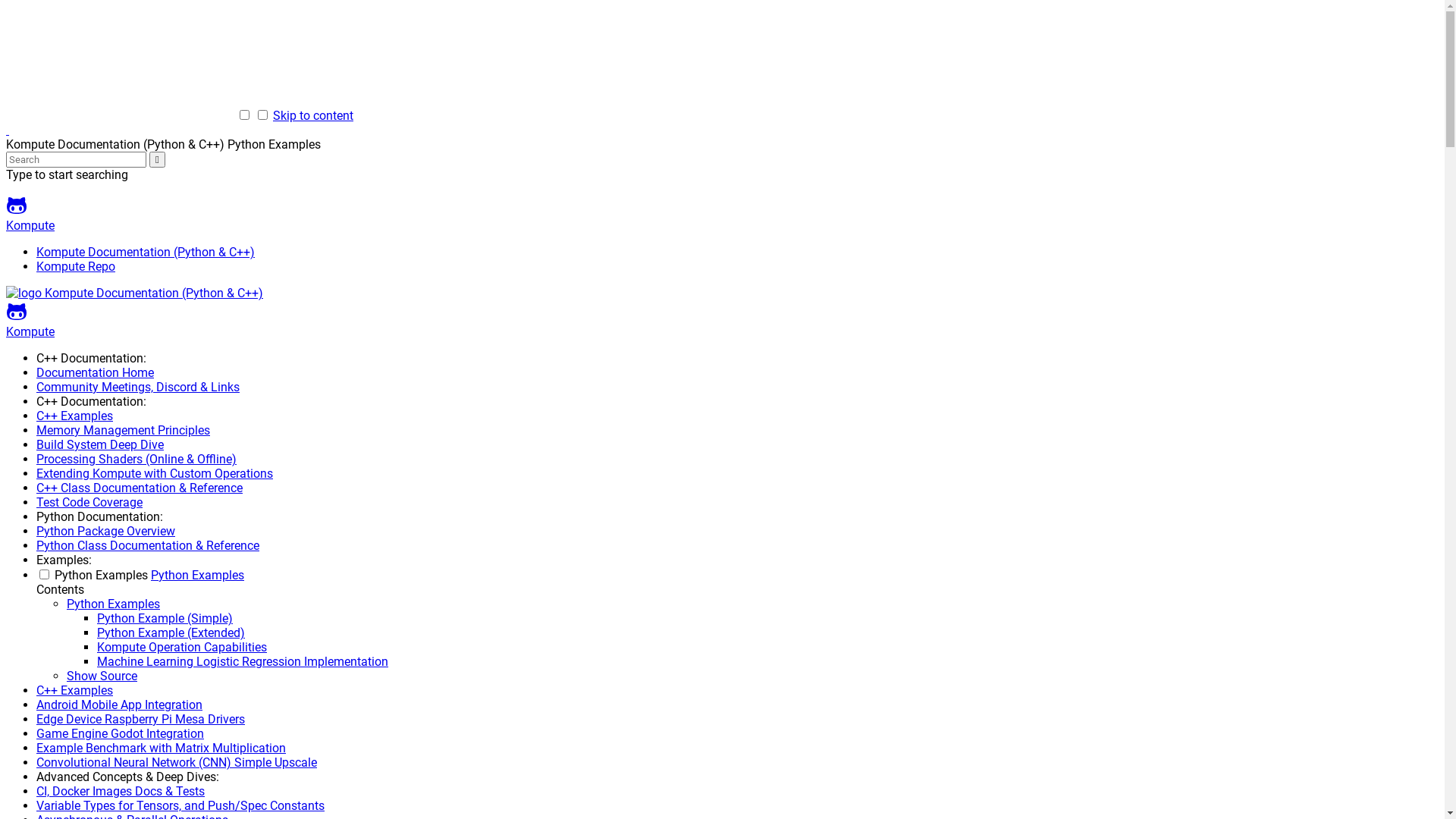 This screenshot has height=819, width=1456. I want to click on 'Skip to content', so click(273, 115).